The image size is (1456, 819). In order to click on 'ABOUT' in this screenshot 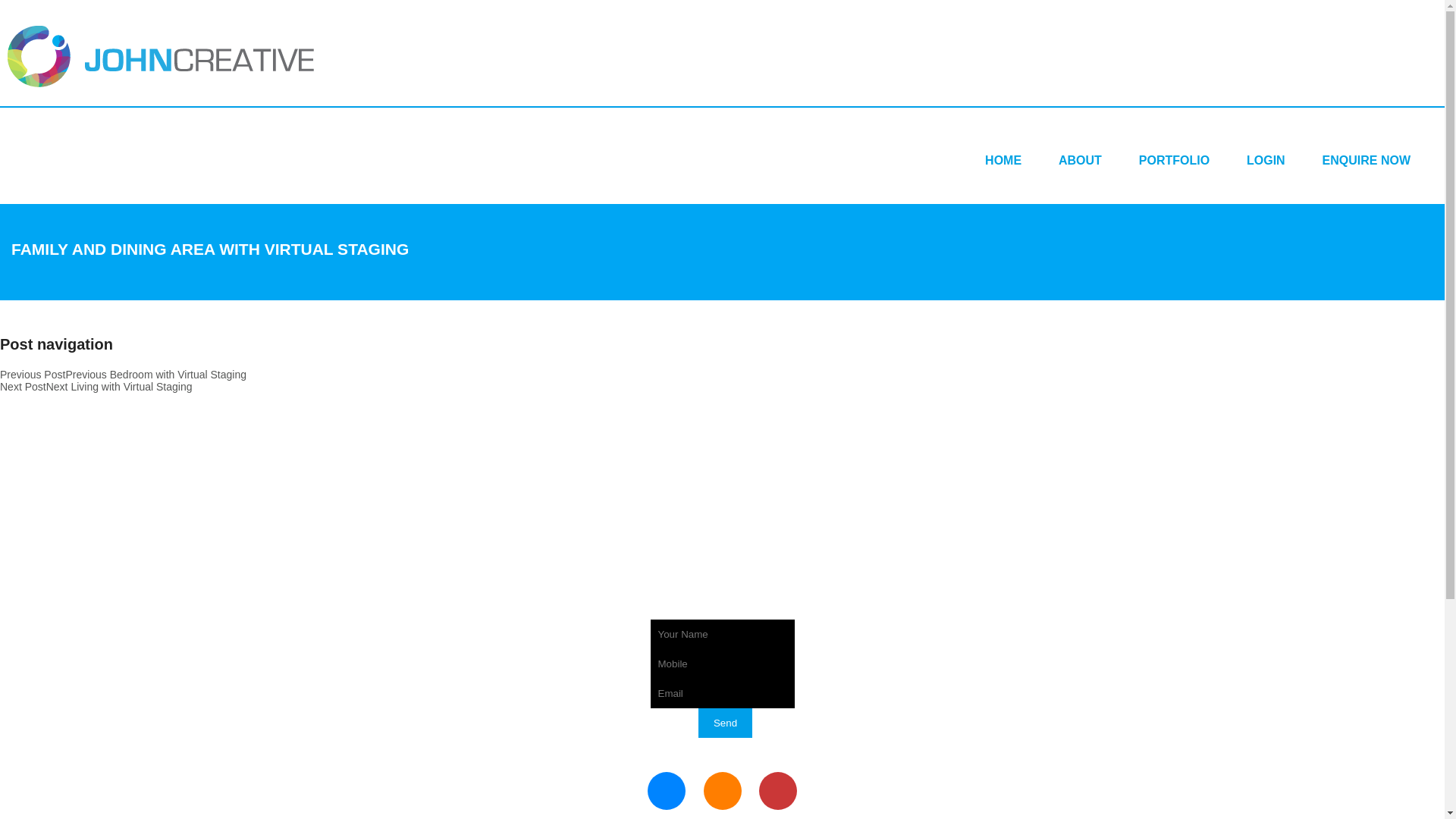, I will do `click(1058, 160)`.